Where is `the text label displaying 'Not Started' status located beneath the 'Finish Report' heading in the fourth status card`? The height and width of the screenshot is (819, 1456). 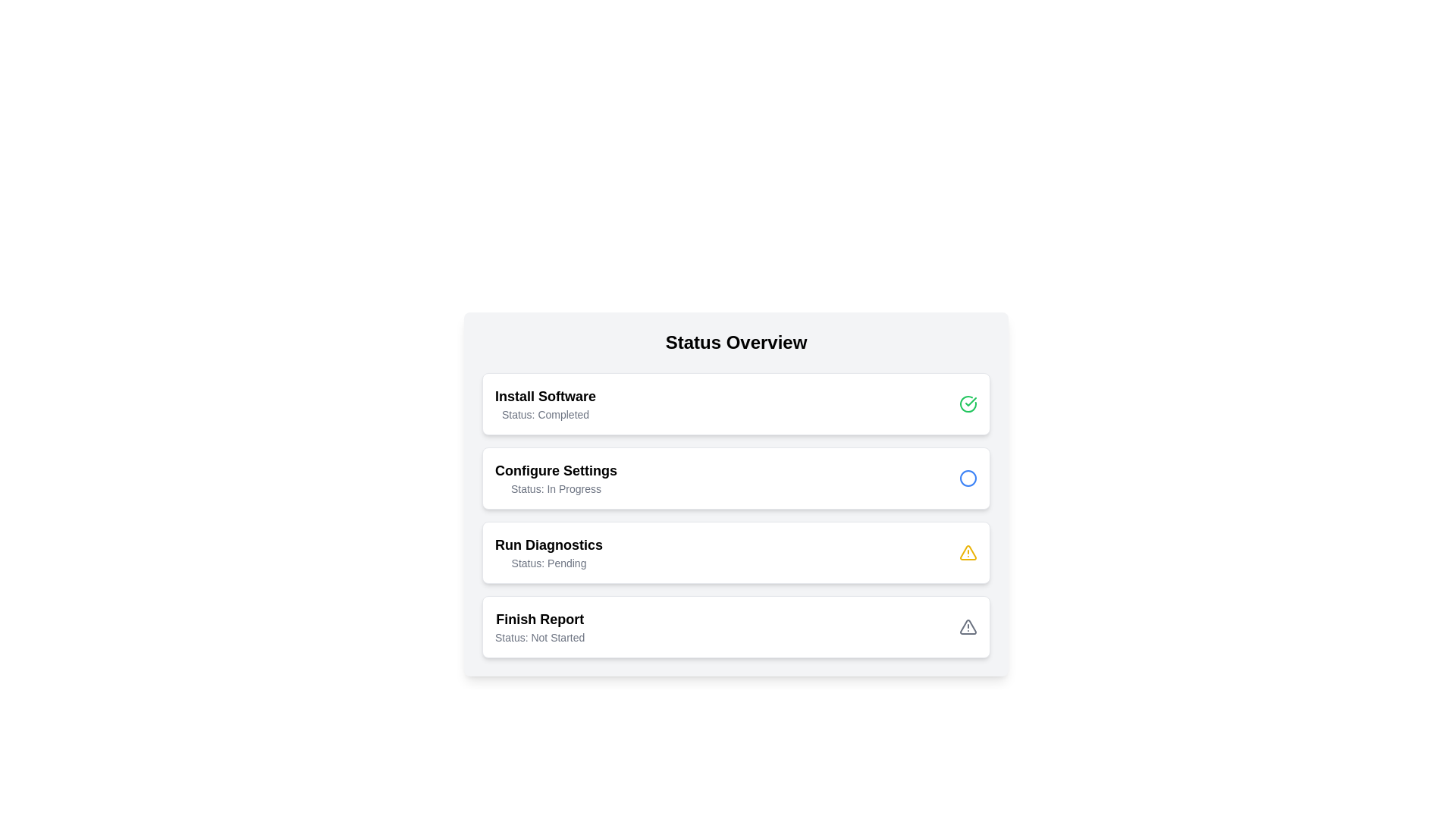 the text label displaying 'Not Started' status located beneath the 'Finish Report' heading in the fourth status card is located at coordinates (540, 637).